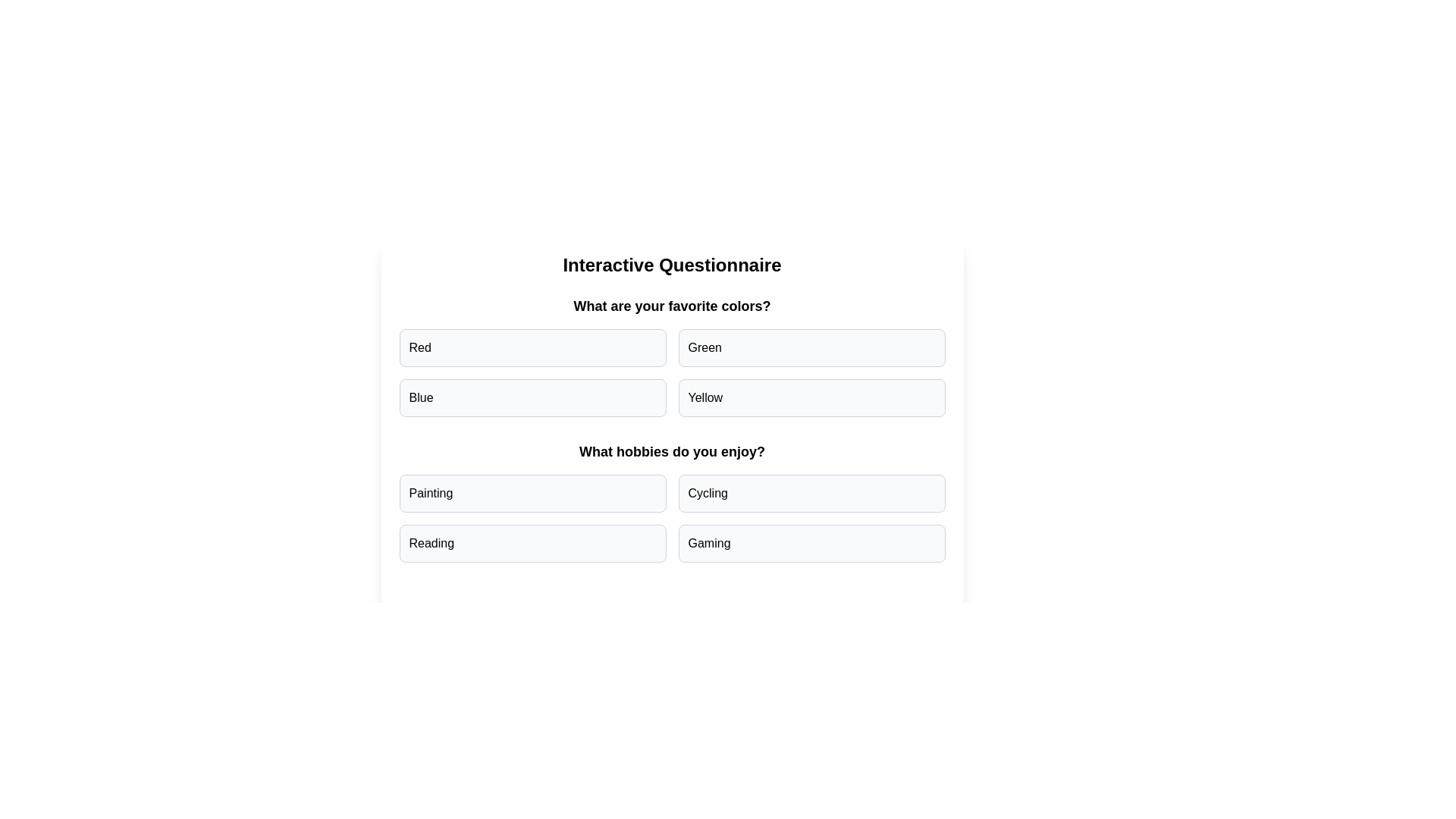 Image resolution: width=1456 pixels, height=819 pixels. I want to click on the answer option Gaming for the question What hobbies do you enjoy?, so click(811, 543).